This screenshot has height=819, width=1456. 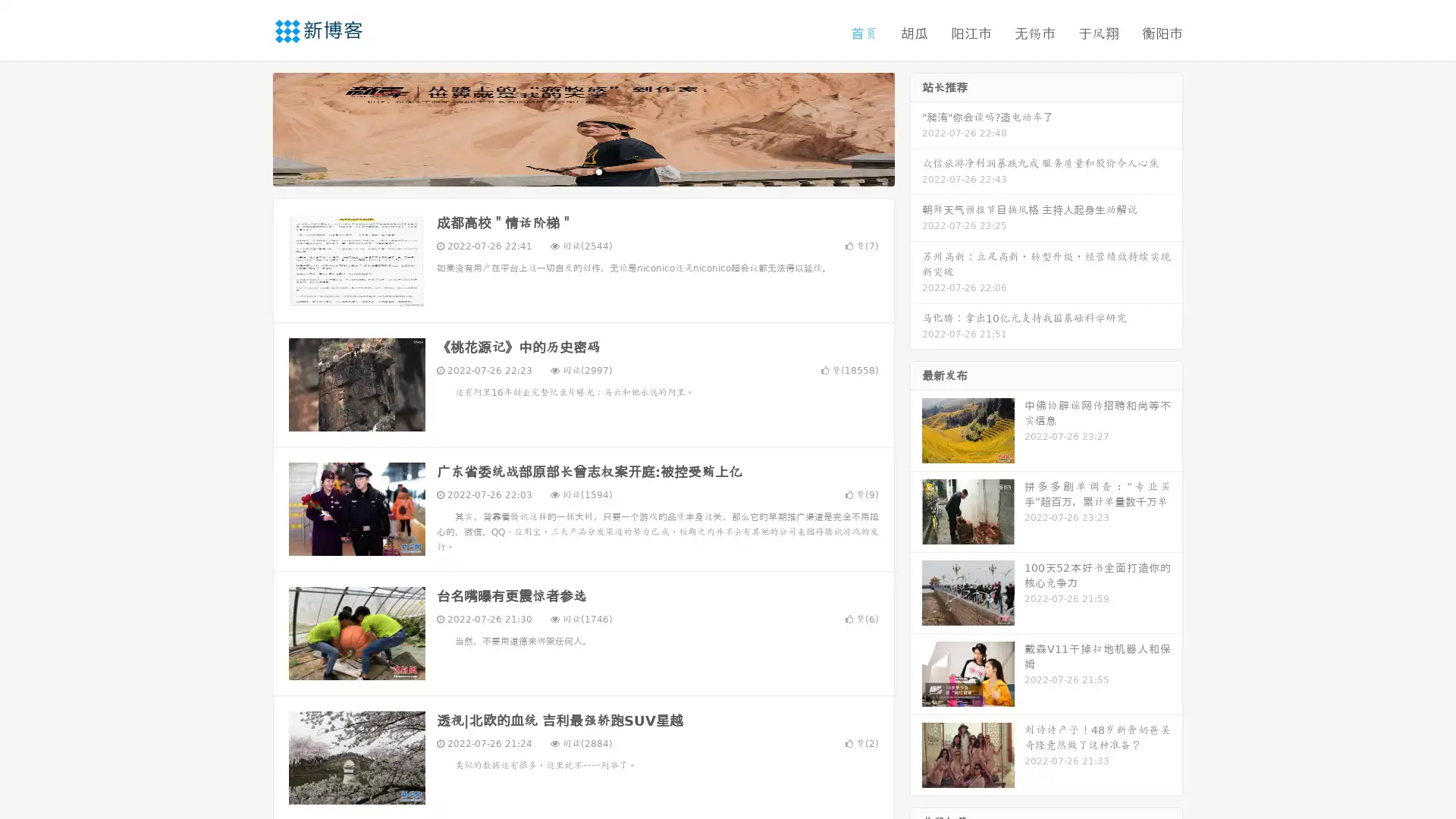 What do you see at coordinates (582, 171) in the screenshot?
I see `Go to slide 2` at bounding box center [582, 171].